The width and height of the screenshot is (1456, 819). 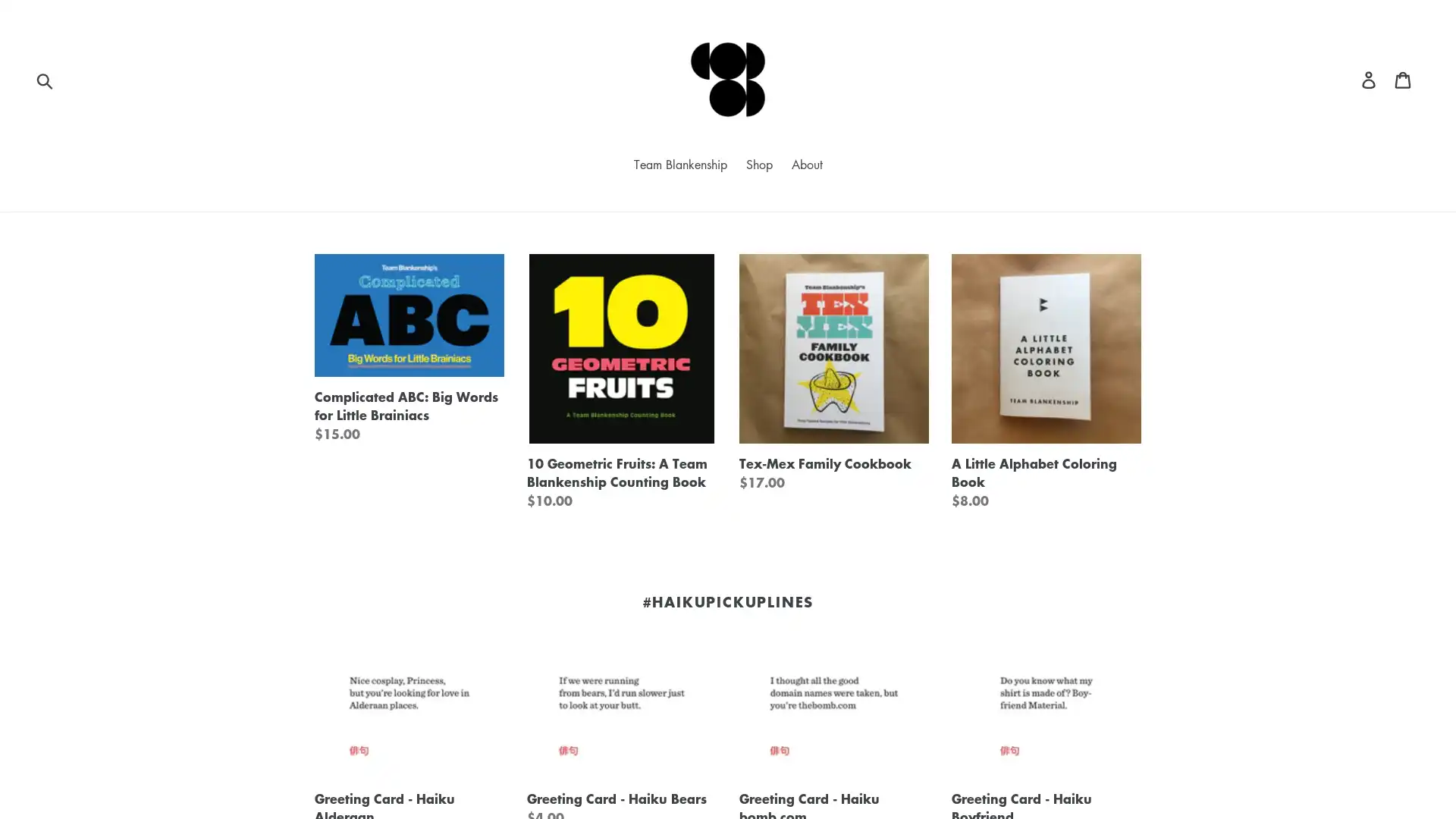 I want to click on Submit, so click(x=45, y=79).